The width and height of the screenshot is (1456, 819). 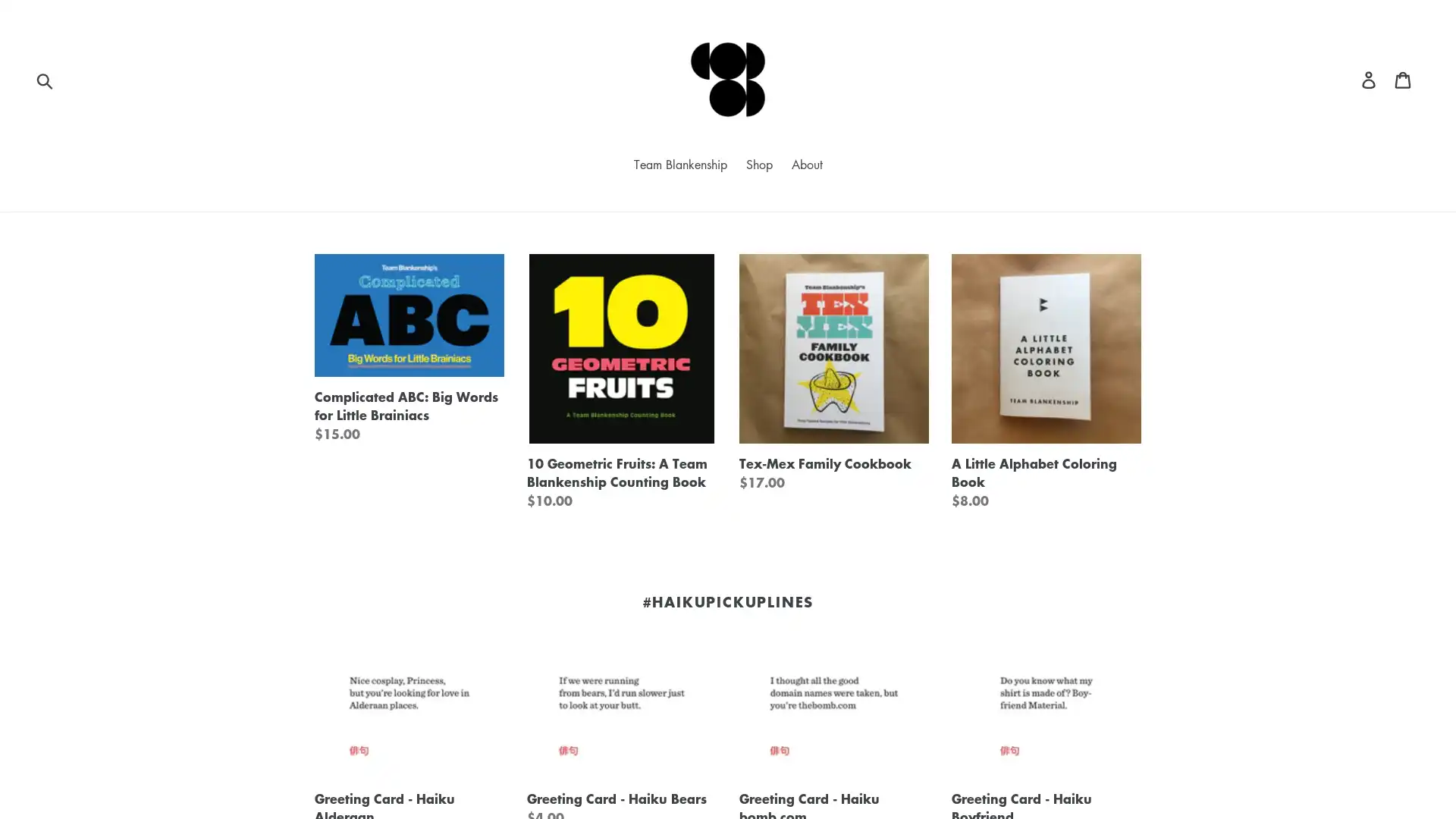 I want to click on Submit, so click(x=45, y=79).